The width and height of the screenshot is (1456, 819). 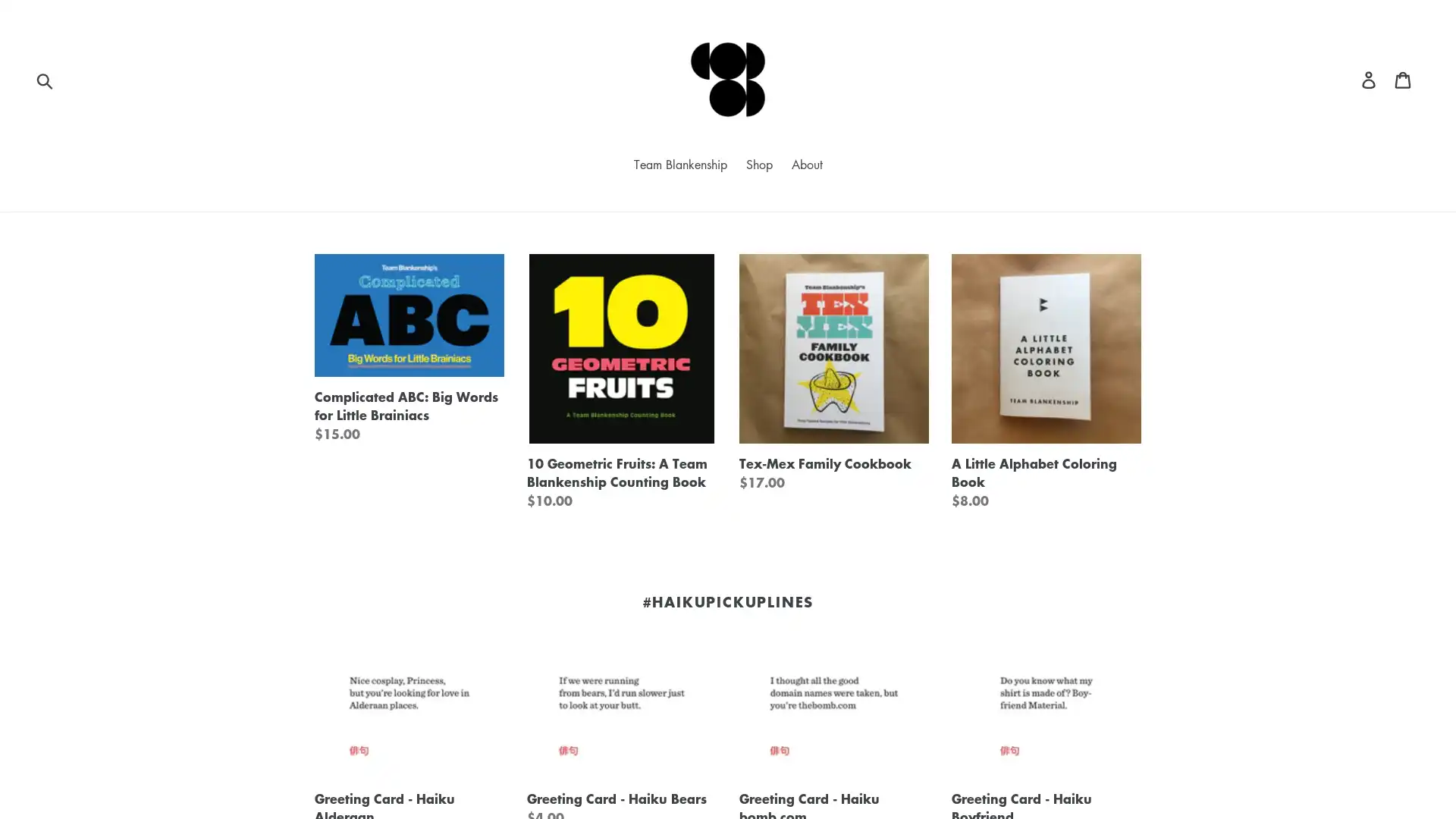 I want to click on Submit, so click(x=45, y=79).